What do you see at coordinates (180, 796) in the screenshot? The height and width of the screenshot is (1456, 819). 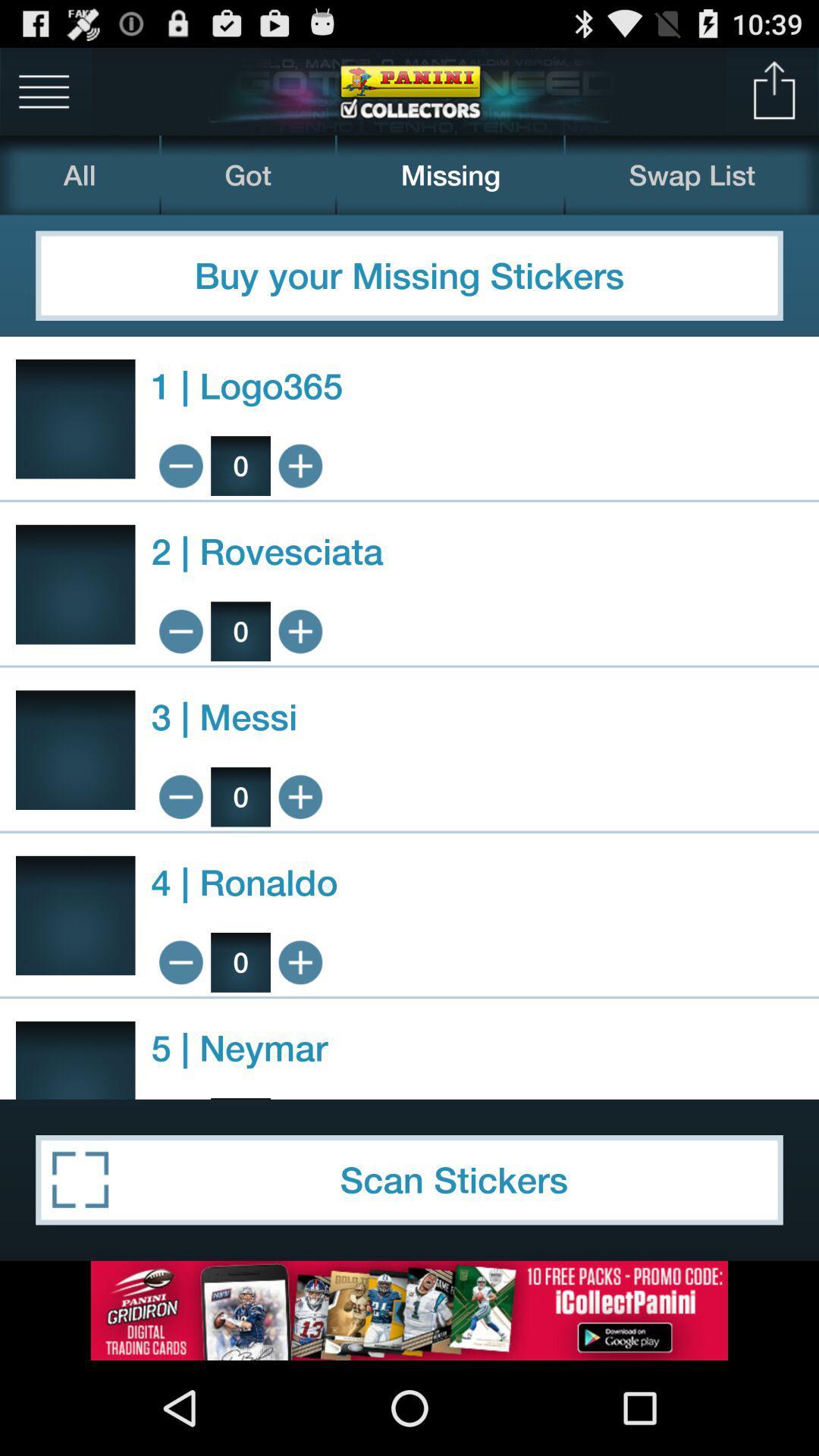 I see `fewer` at bounding box center [180, 796].